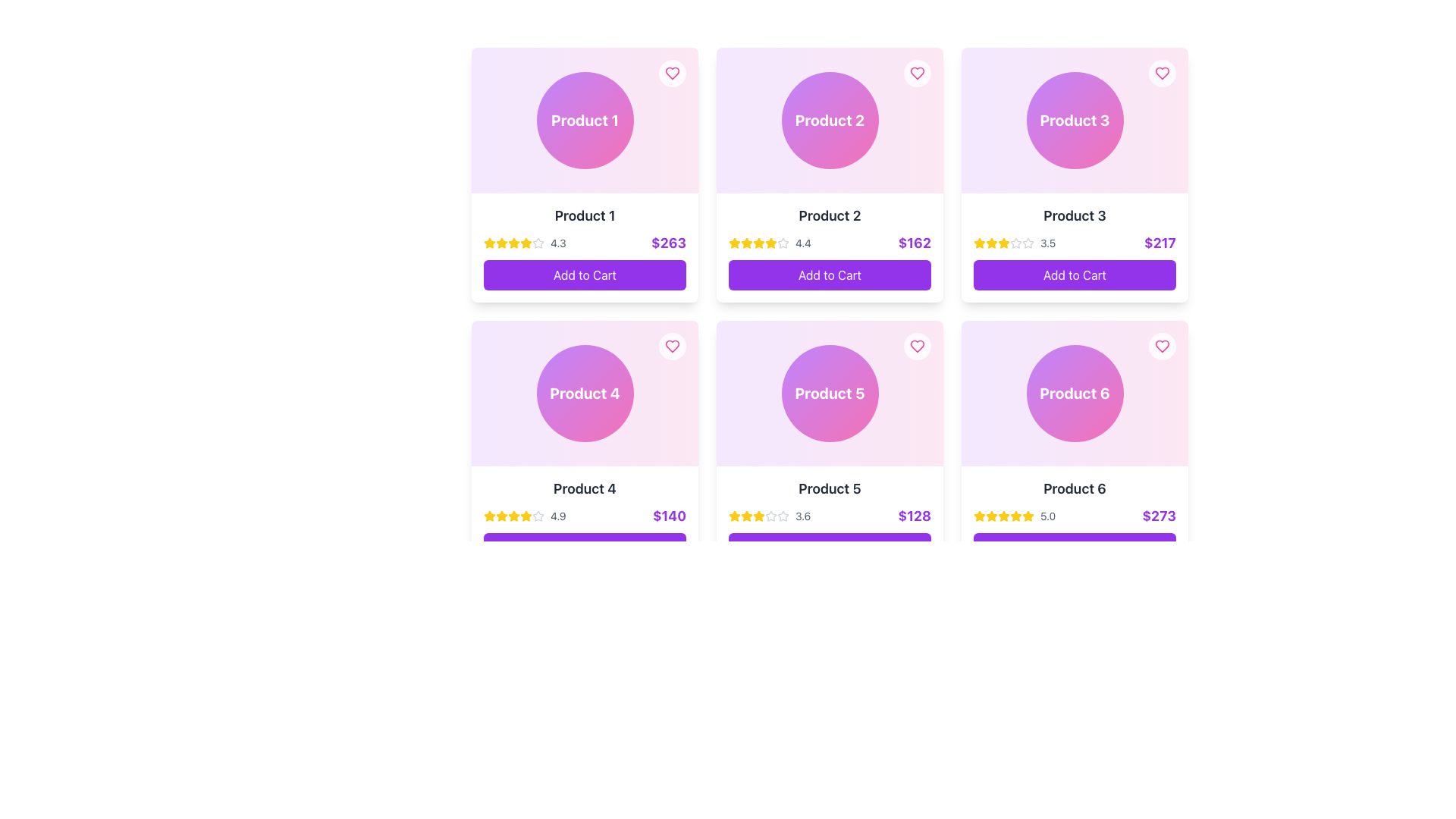 This screenshot has height=819, width=1456. What do you see at coordinates (1028, 242) in the screenshot?
I see `the third star icon in the rating section of the card for 'Product 3', located in the middle row of the top-right card on the grid layout` at bounding box center [1028, 242].